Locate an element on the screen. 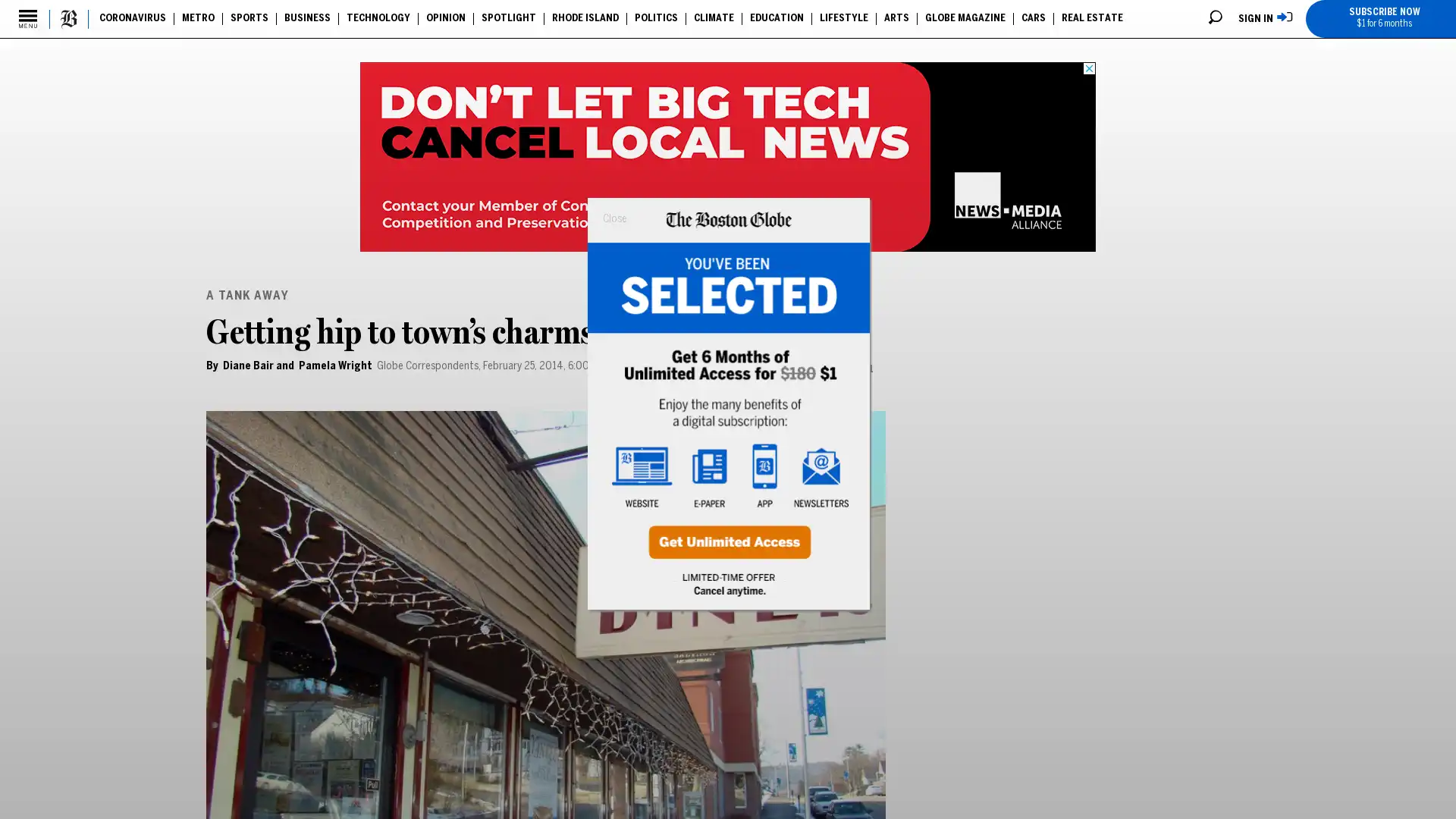  Close is located at coordinates (614, 219).